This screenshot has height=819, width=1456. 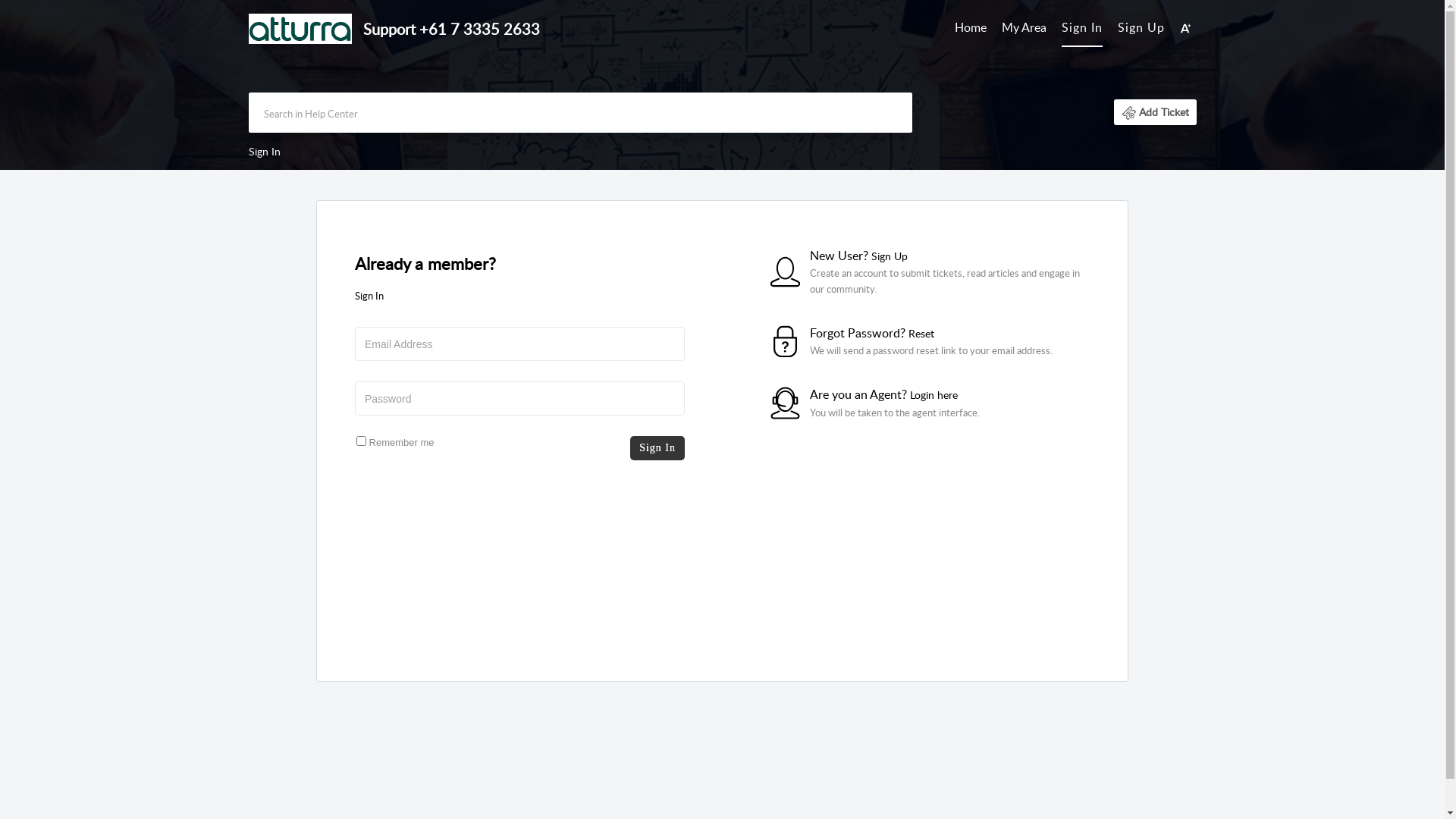 I want to click on 'My Area', so click(x=1001, y=28).